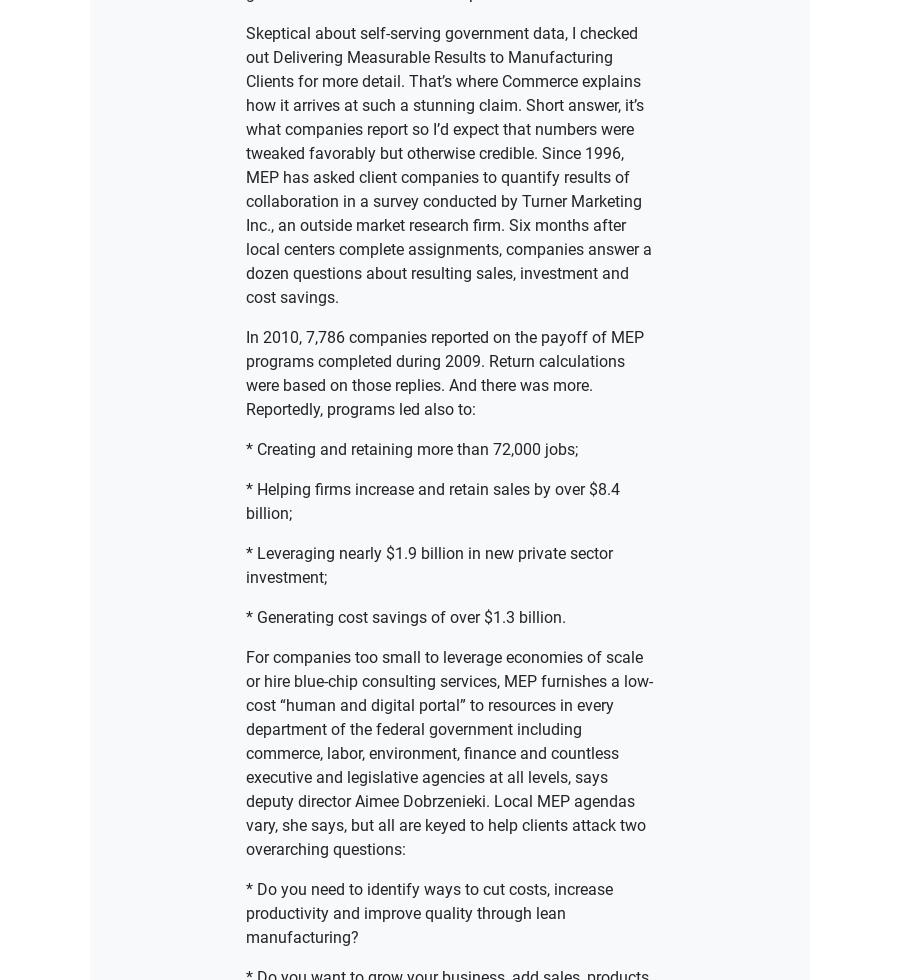  What do you see at coordinates (320, 483) in the screenshot?
I see `'About Us'` at bounding box center [320, 483].